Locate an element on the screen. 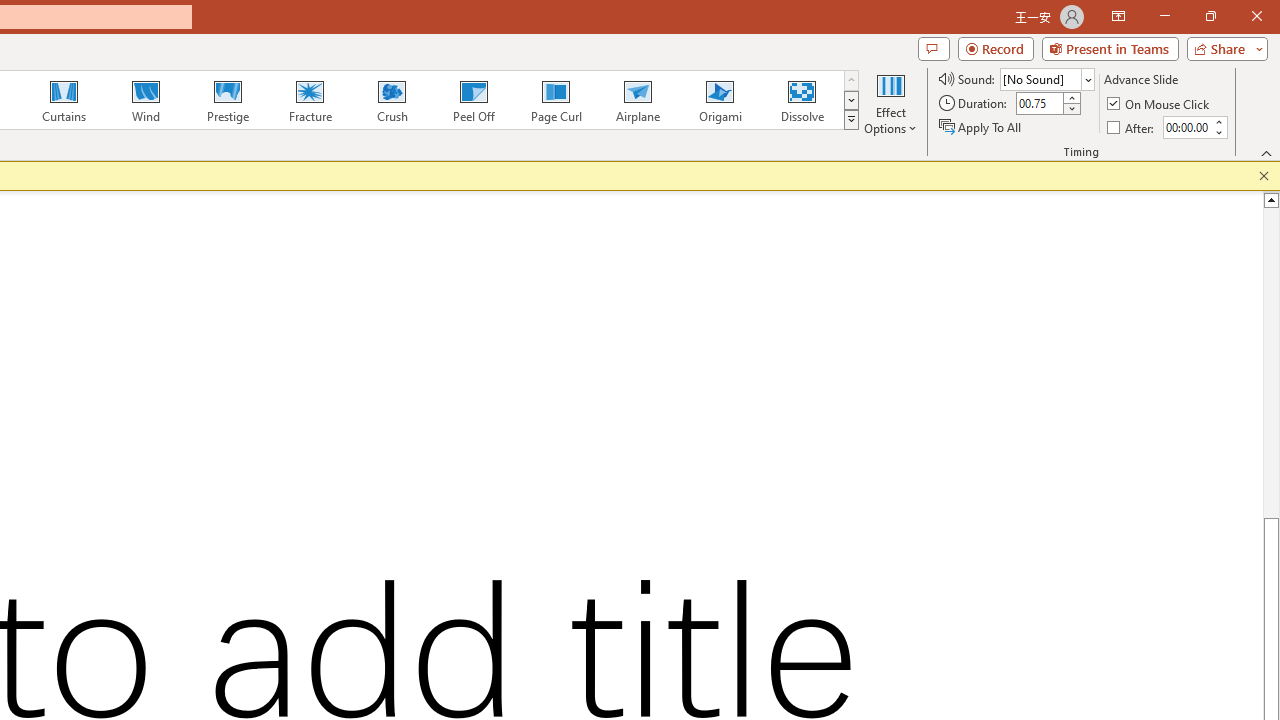 The image size is (1280, 720). 'Airplane' is located at coordinates (636, 100).